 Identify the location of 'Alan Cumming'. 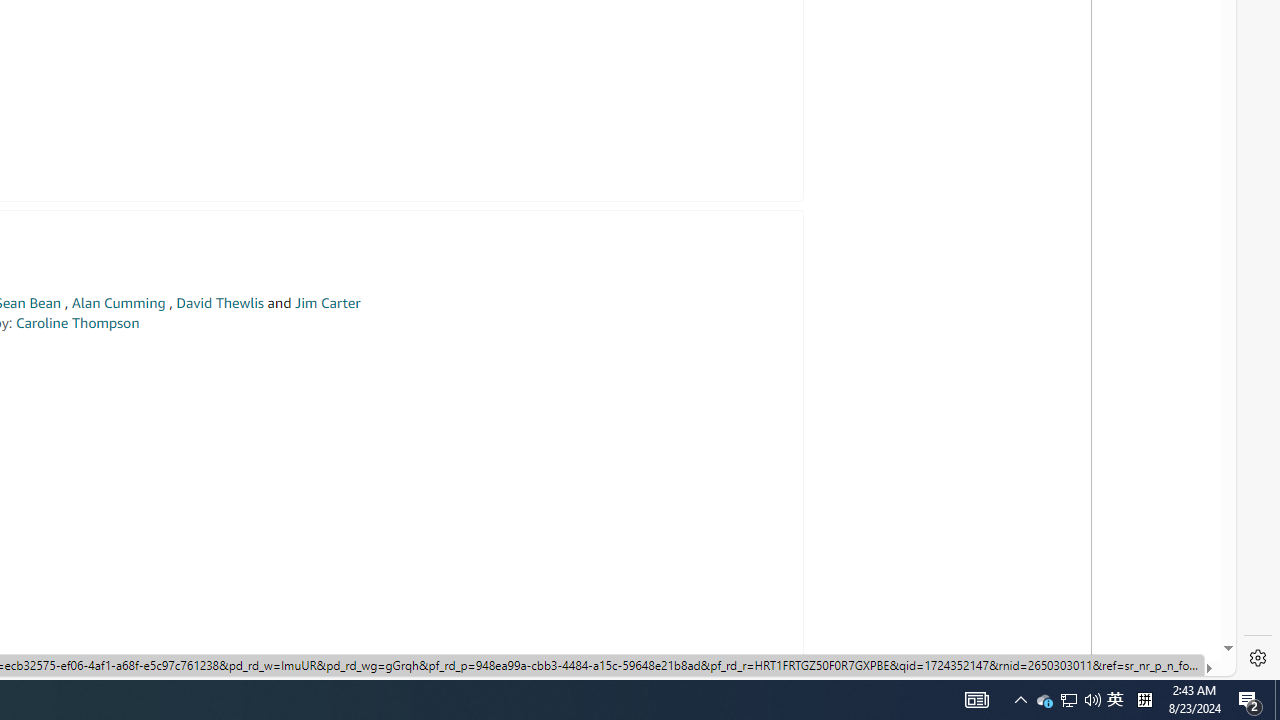
(117, 303).